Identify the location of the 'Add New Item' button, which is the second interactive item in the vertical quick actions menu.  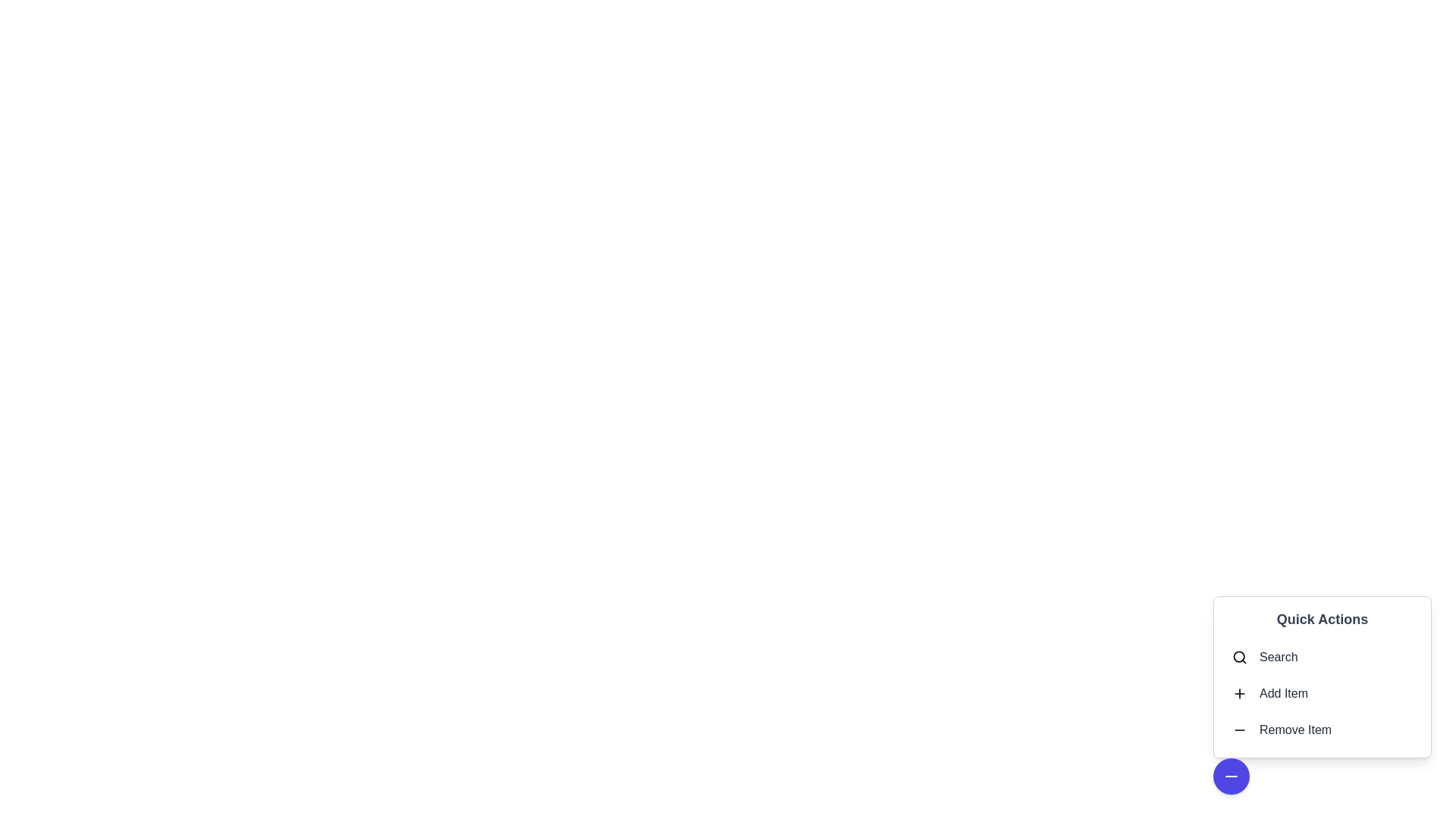
(1321, 693).